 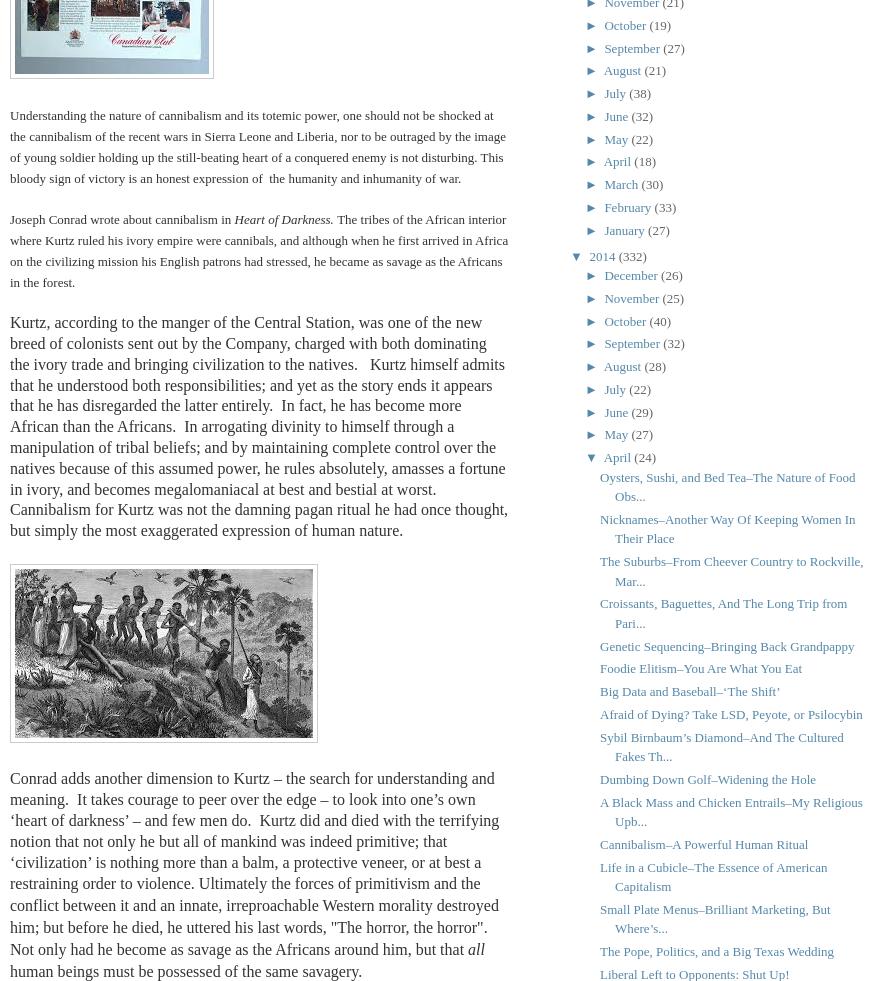 What do you see at coordinates (121, 218) in the screenshot?
I see `'Joseph Conrad wrote about cannibalism in'` at bounding box center [121, 218].